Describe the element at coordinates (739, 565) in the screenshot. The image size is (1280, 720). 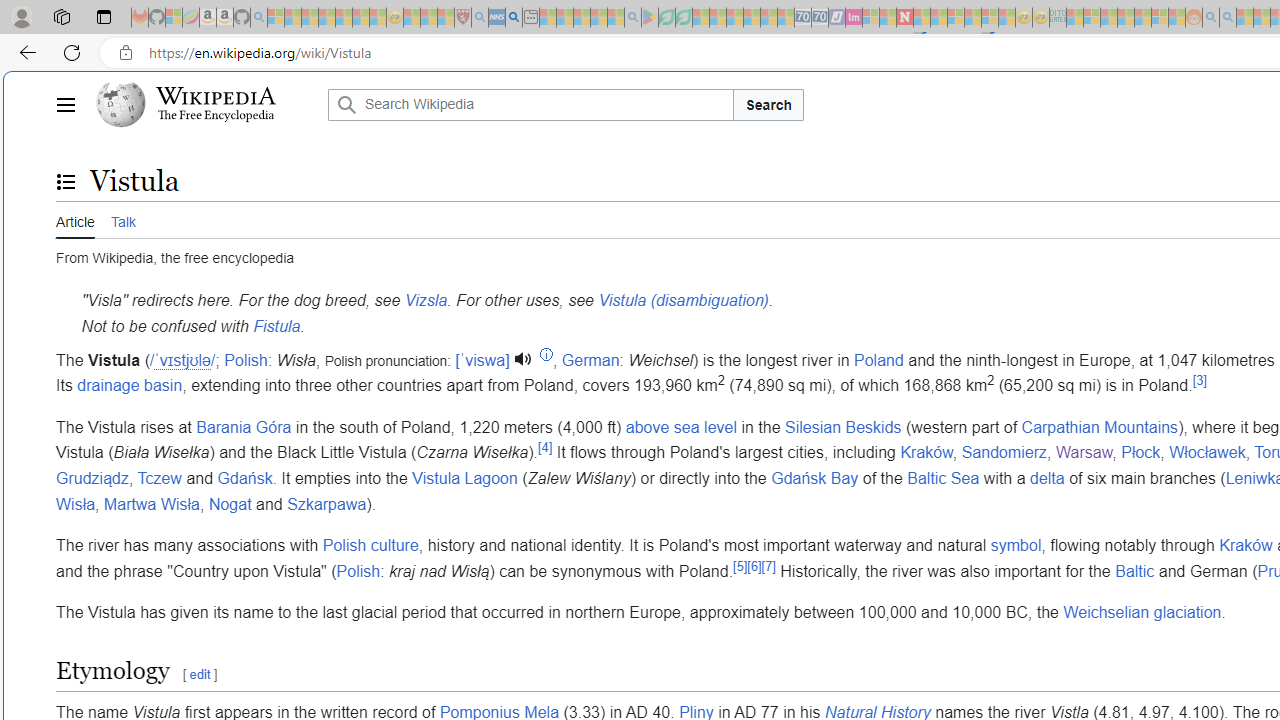
I see `'[5]'` at that location.